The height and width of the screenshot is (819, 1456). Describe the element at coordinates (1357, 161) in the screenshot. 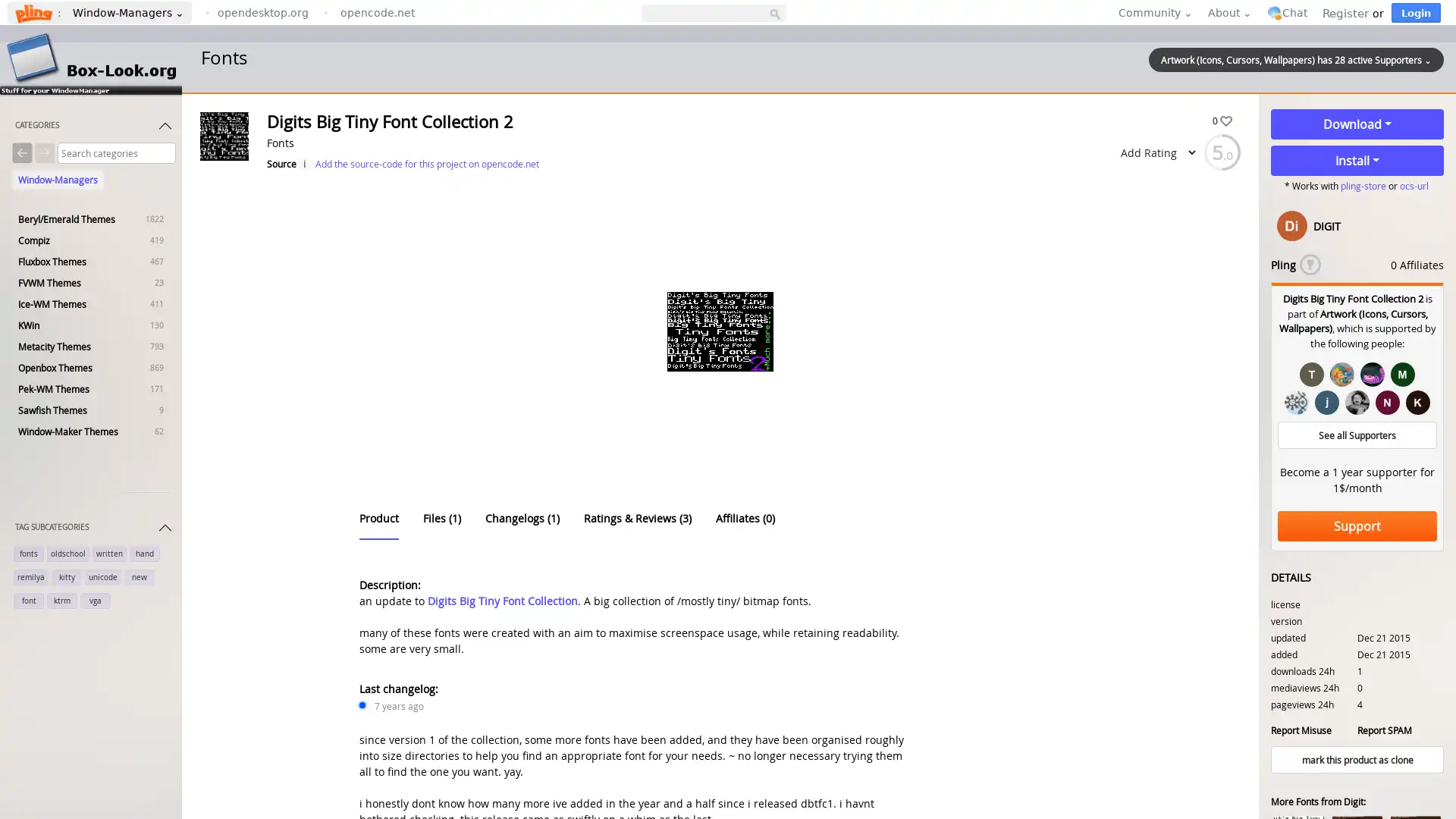

I see `Install` at that location.